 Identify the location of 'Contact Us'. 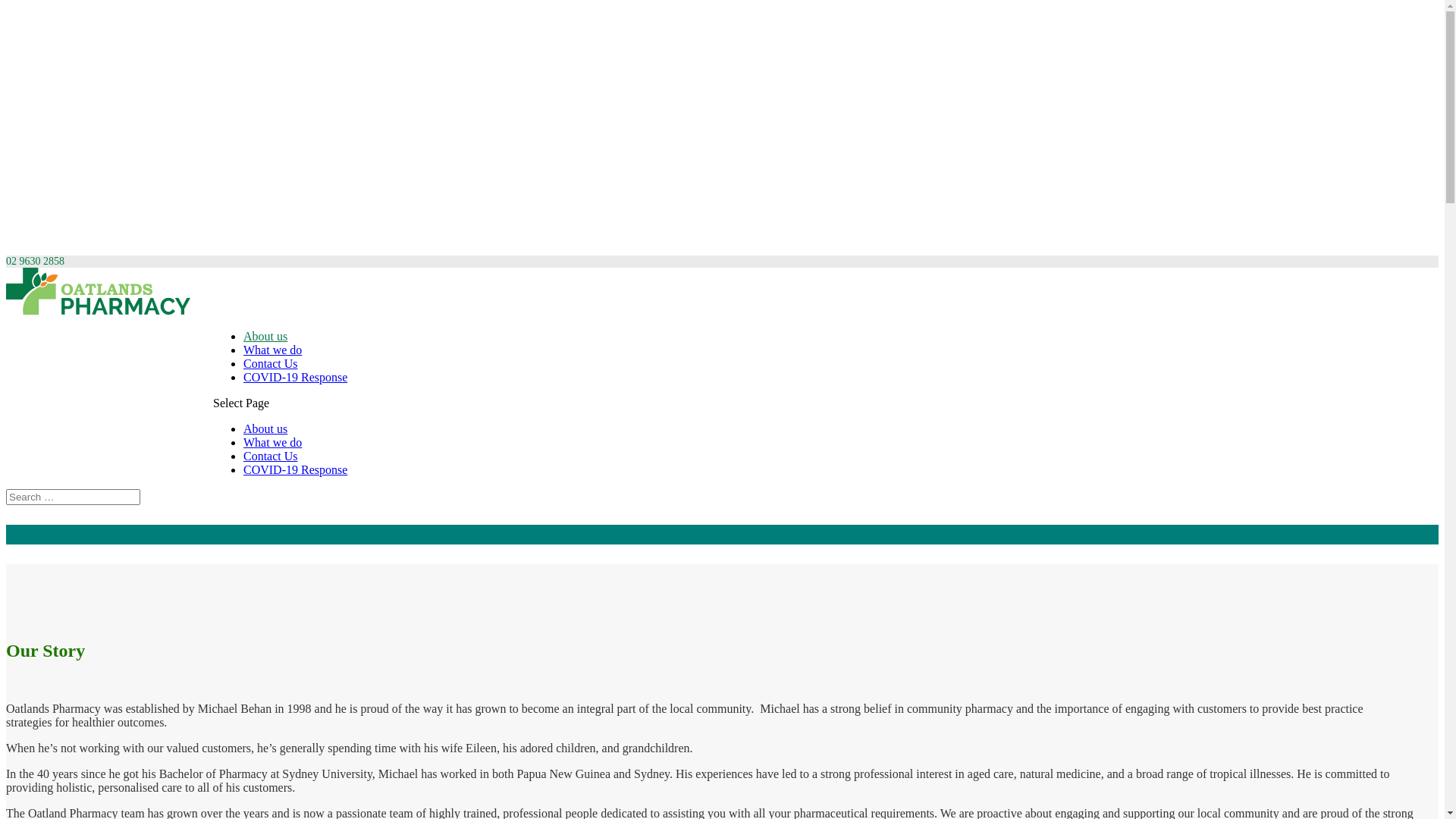
(270, 363).